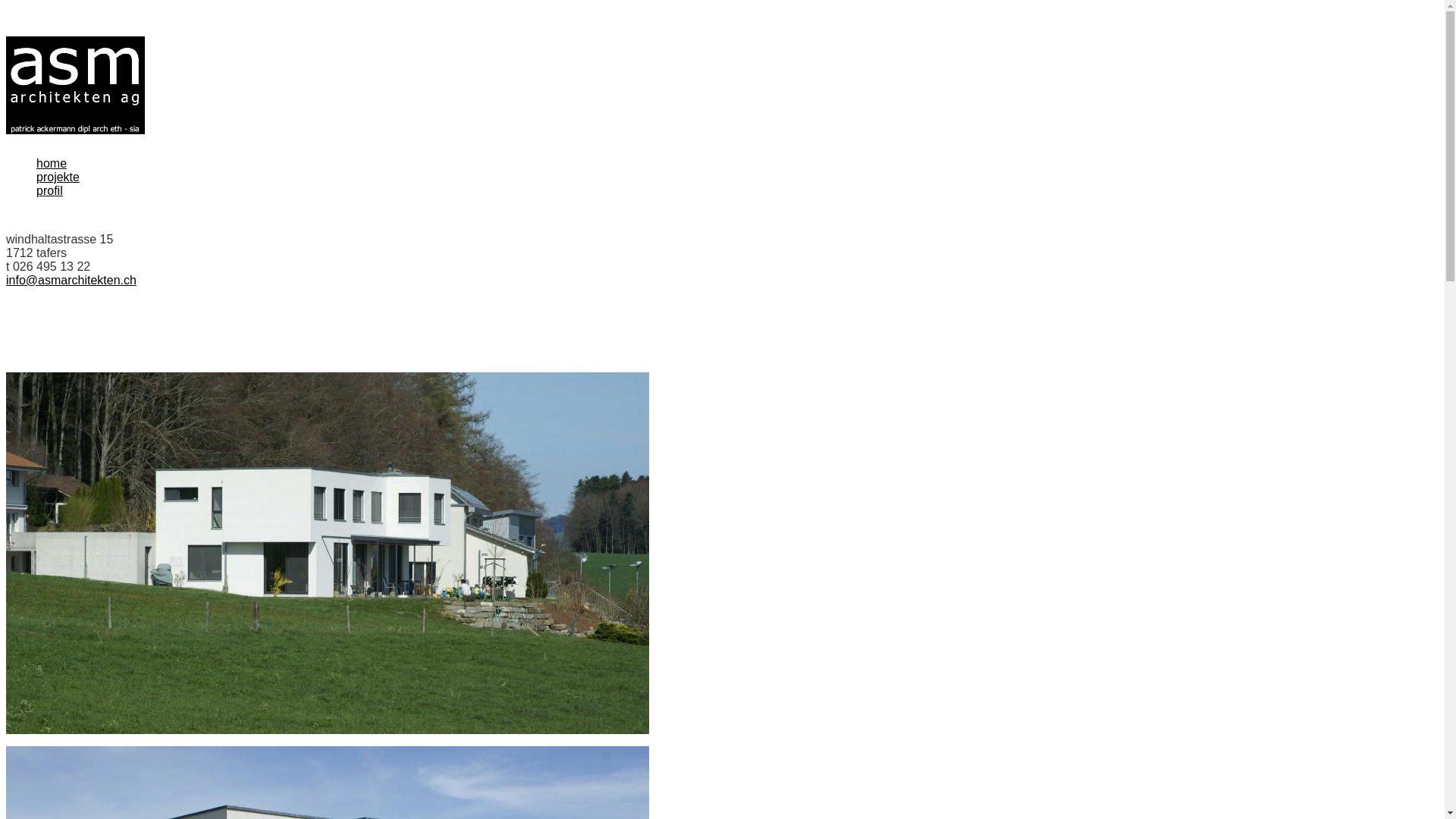 The height and width of the screenshot is (819, 1456). Describe the element at coordinates (71, 280) in the screenshot. I see `'info@asmarchitekten.ch'` at that location.